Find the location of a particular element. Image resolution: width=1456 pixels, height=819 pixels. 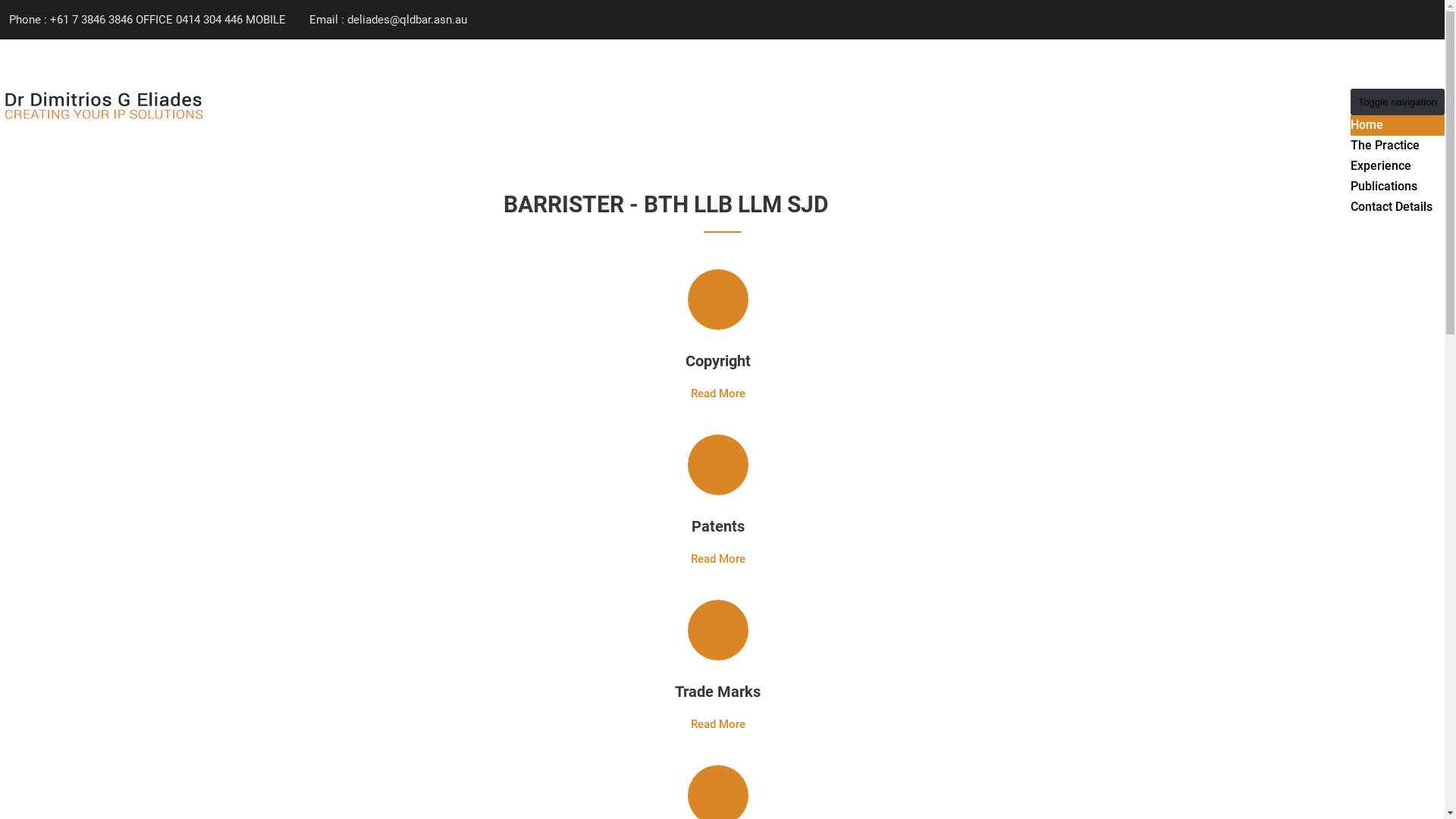

'Contact Details' is located at coordinates (1391, 206).